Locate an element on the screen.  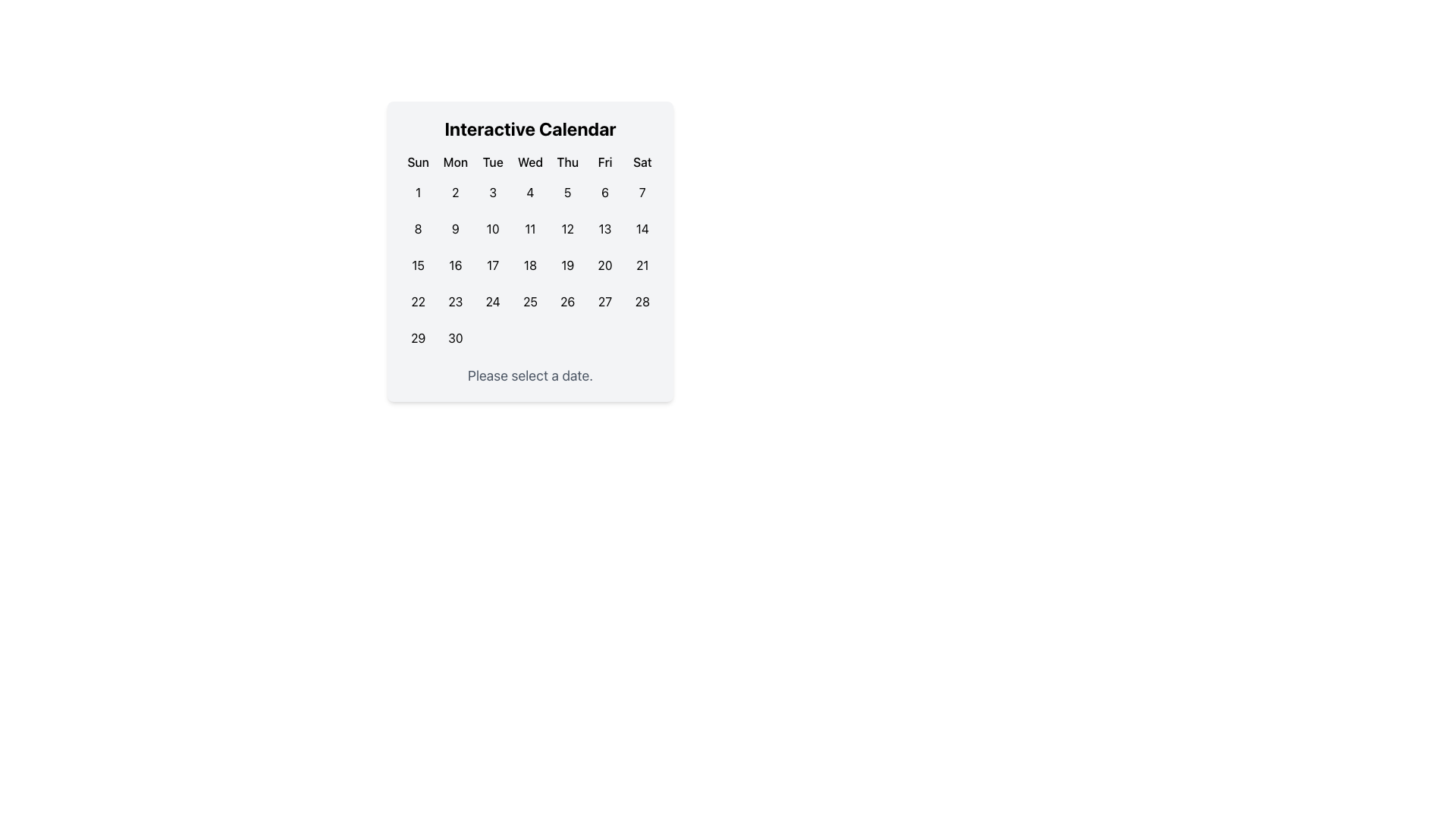
the calendar day component displaying the digit '7' is located at coordinates (642, 192).